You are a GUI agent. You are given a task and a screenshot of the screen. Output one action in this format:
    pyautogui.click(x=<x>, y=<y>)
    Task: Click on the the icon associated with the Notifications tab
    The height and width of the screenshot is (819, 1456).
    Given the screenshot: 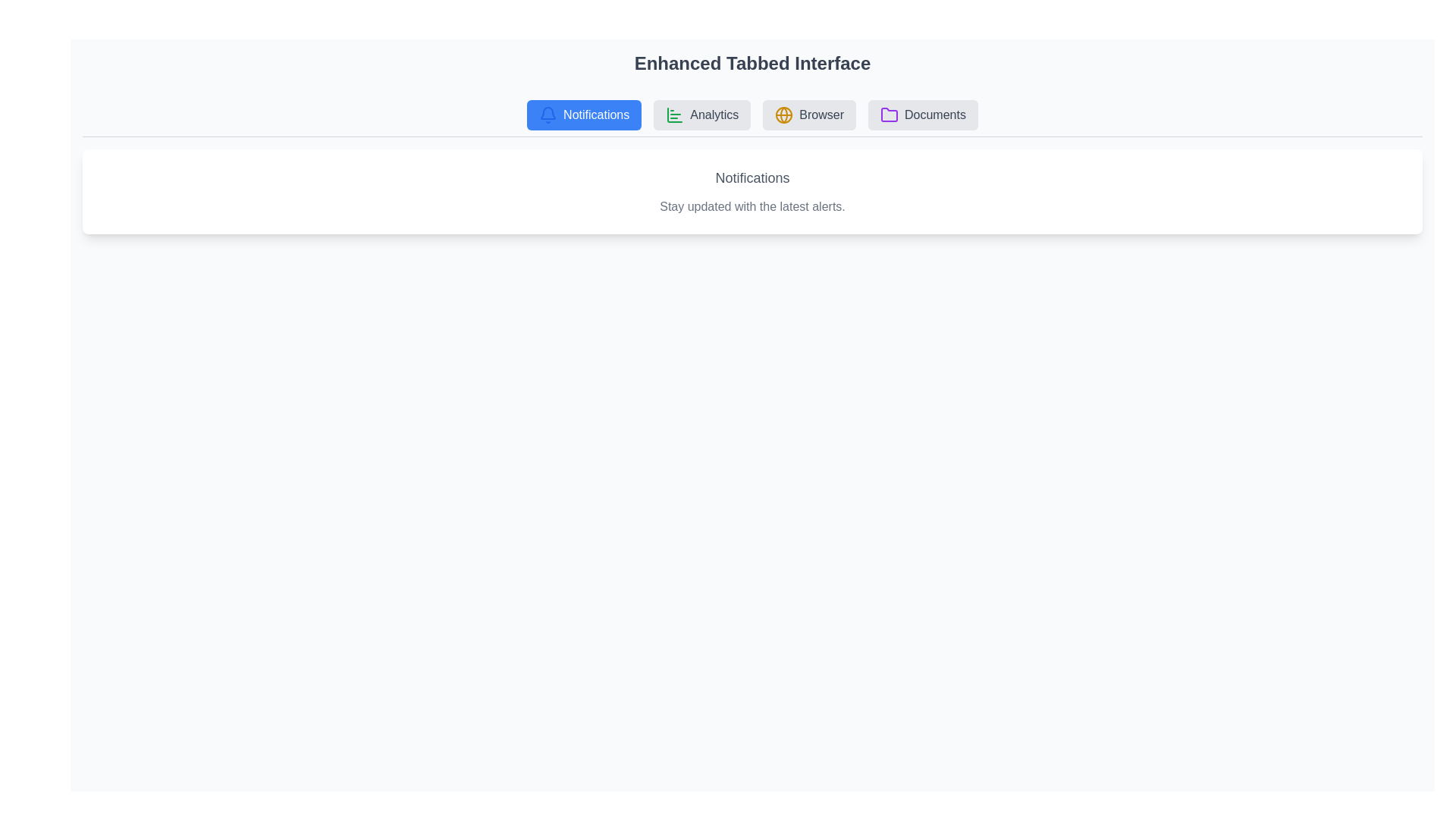 What is the action you would take?
    pyautogui.click(x=548, y=114)
    